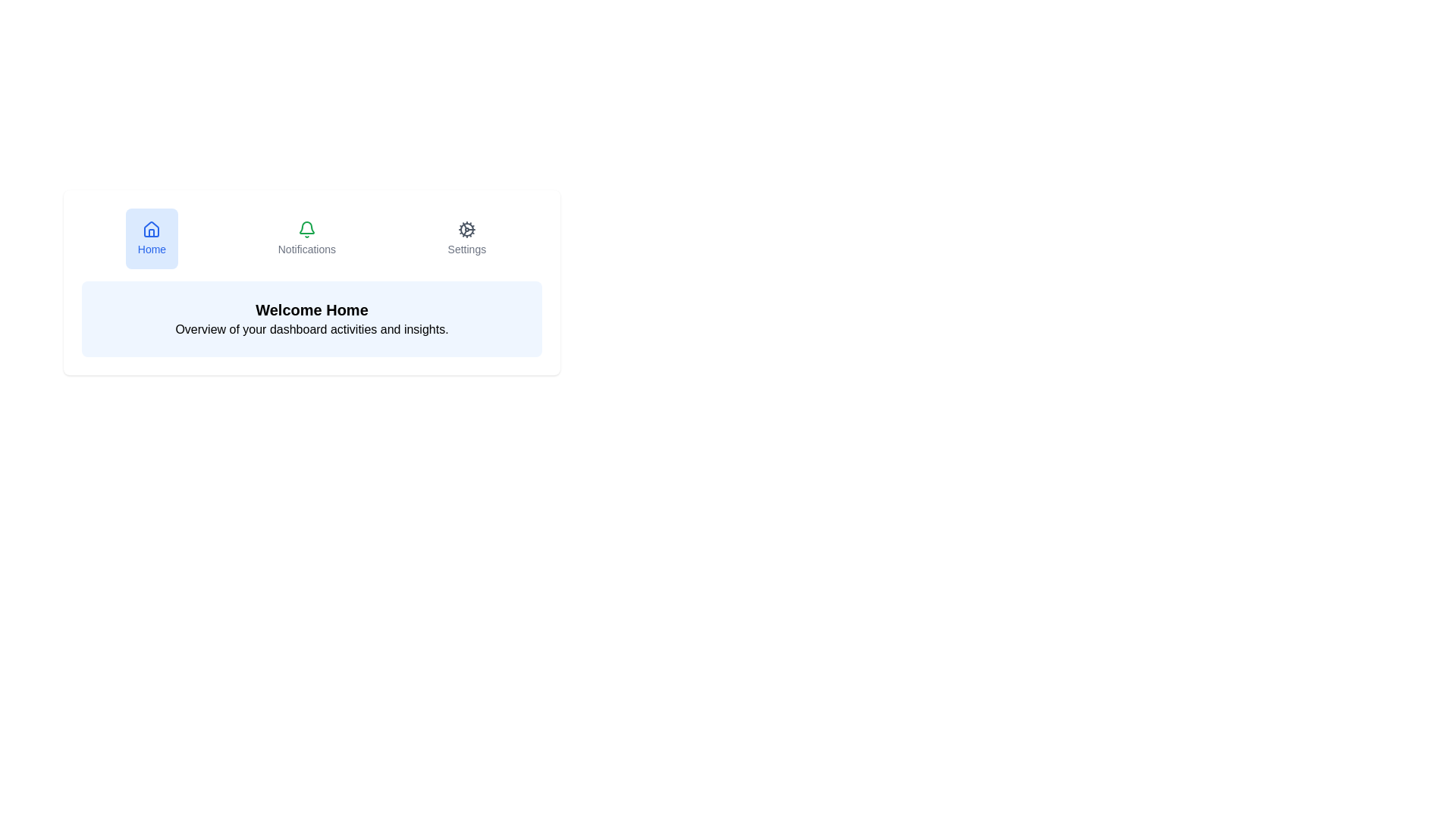 This screenshot has width=1456, height=819. What do you see at coordinates (152, 239) in the screenshot?
I see `the Home tab by clicking on its corresponding button` at bounding box center [152, 239].